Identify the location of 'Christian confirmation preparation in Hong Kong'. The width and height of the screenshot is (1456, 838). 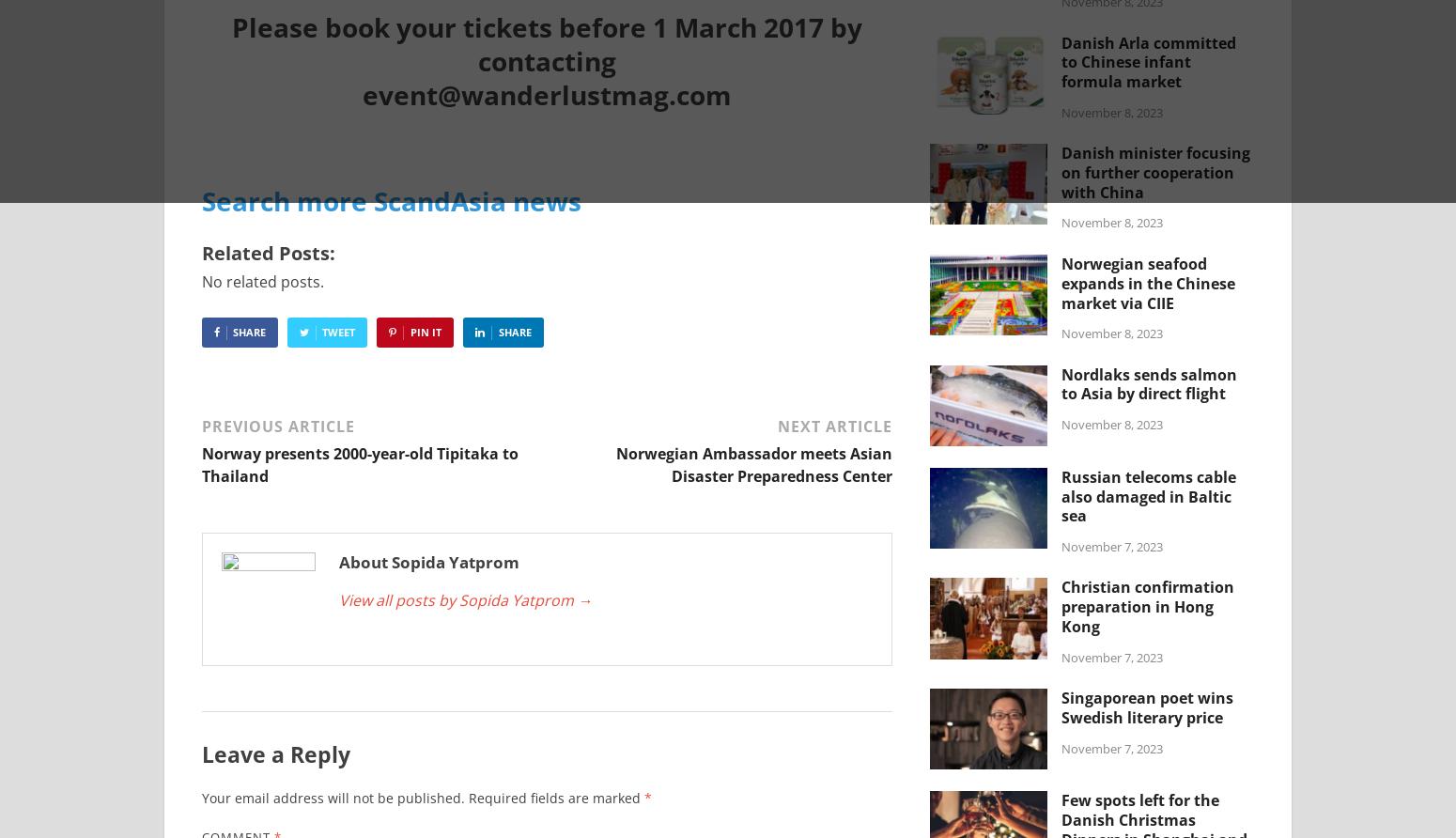
(1148, 605).